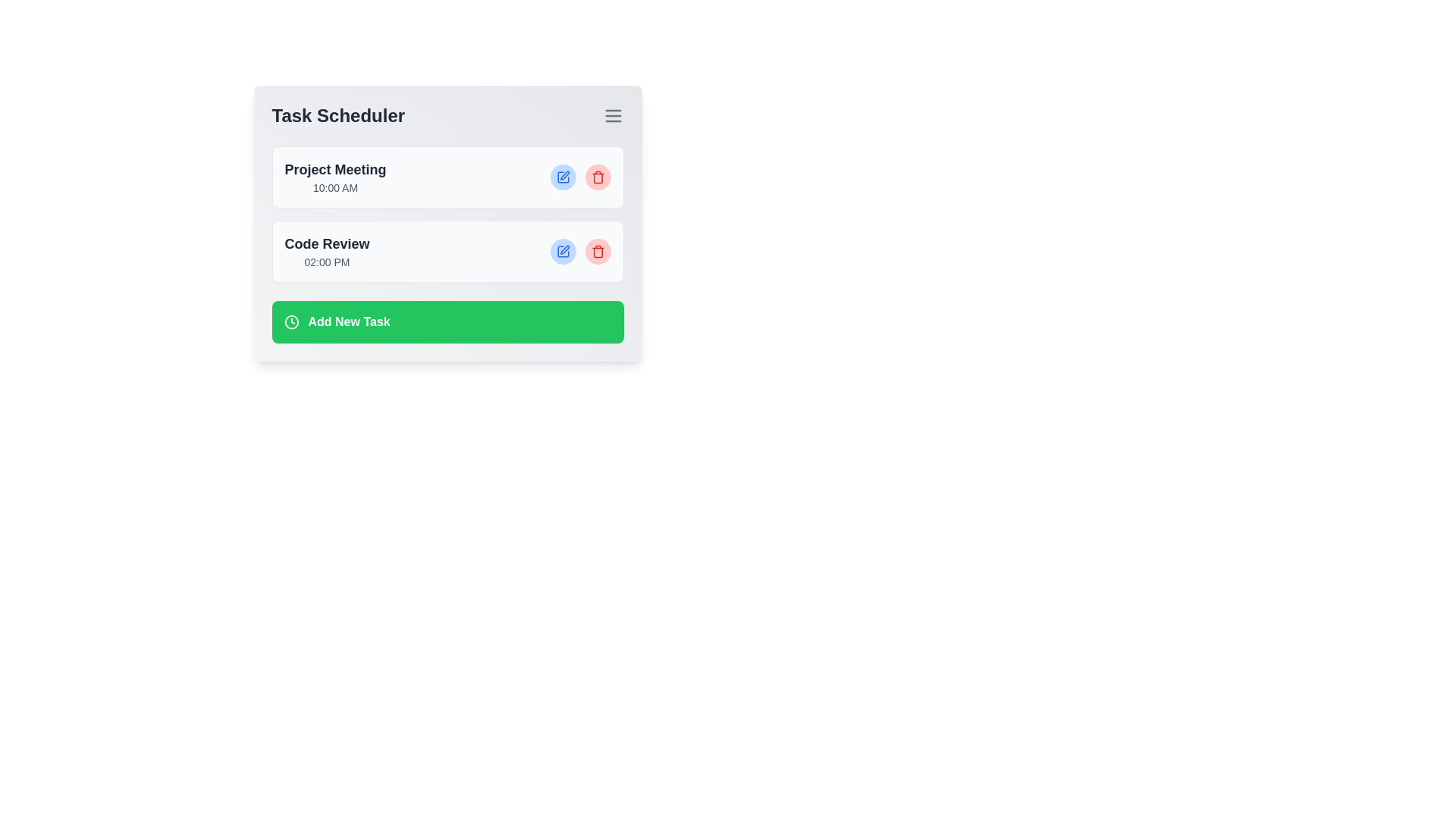 The height and width of the screenshot is (819, 1456). I want to click on the static text label that serves as the title of a scheduled task, located above the text '02:00 PM' in the second task block of the 'Task Scheduler' section, so click(326, 243).